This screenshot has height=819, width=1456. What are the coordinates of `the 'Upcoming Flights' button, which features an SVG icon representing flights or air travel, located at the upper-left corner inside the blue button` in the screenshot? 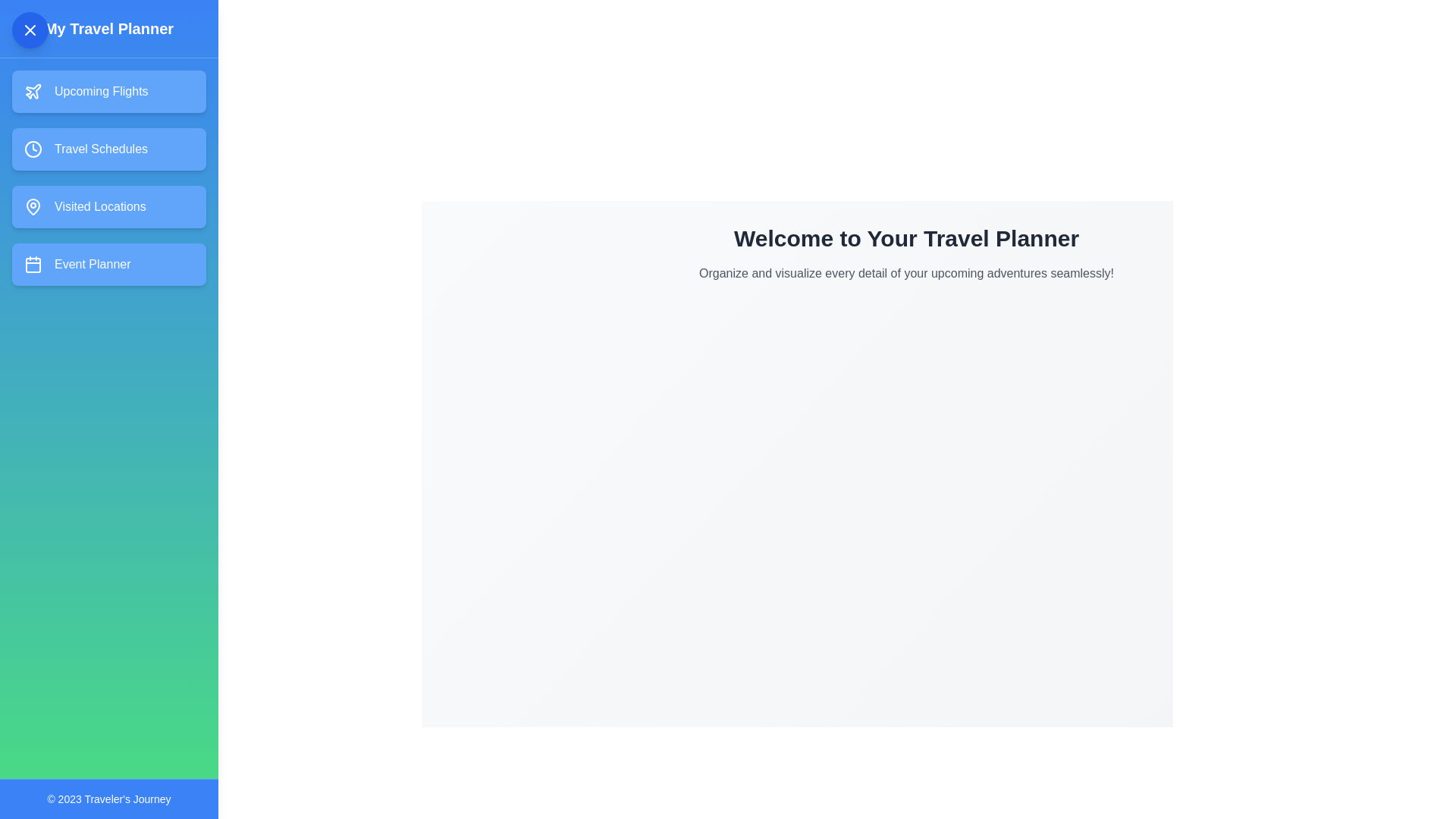 It's located at (33, 91).